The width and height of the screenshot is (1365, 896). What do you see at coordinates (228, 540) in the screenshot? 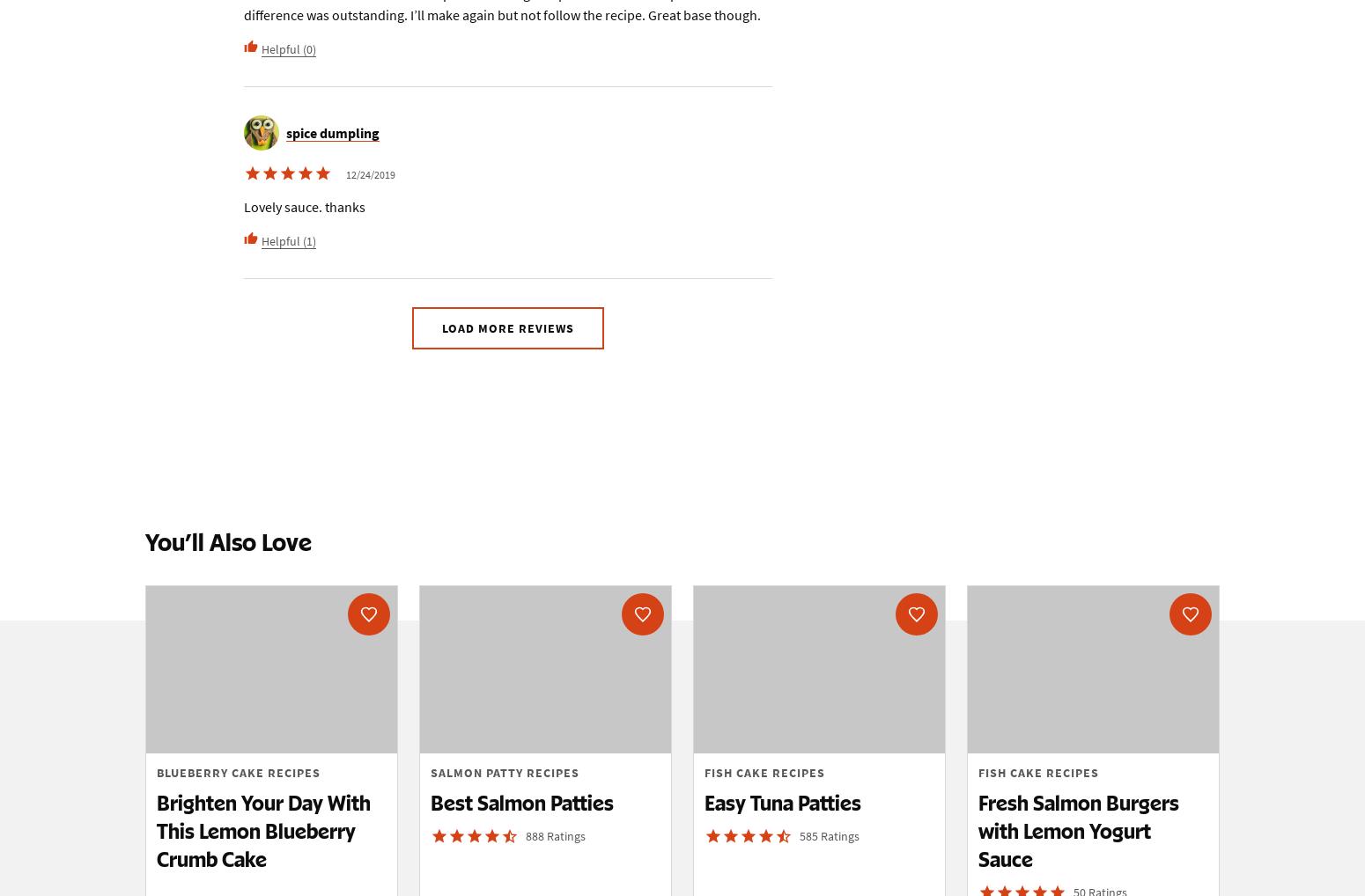
I see `'You’ll Also Love'` at bounding box center [228, 540].